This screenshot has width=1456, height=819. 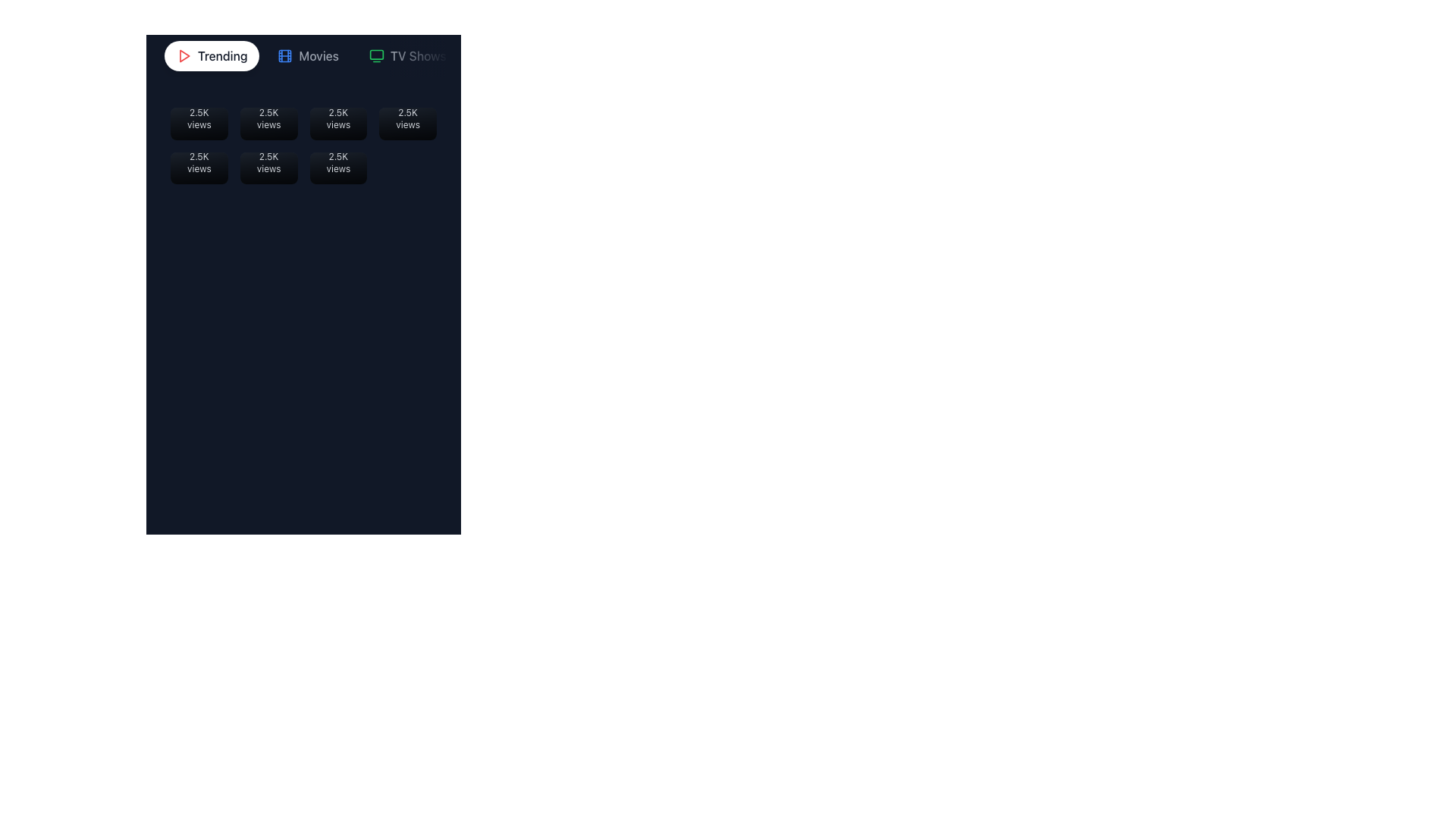 I want to click on the label displaying content statistics for the number of views, located in the second row and second column of the grid layout, so click(x=268, y=168).